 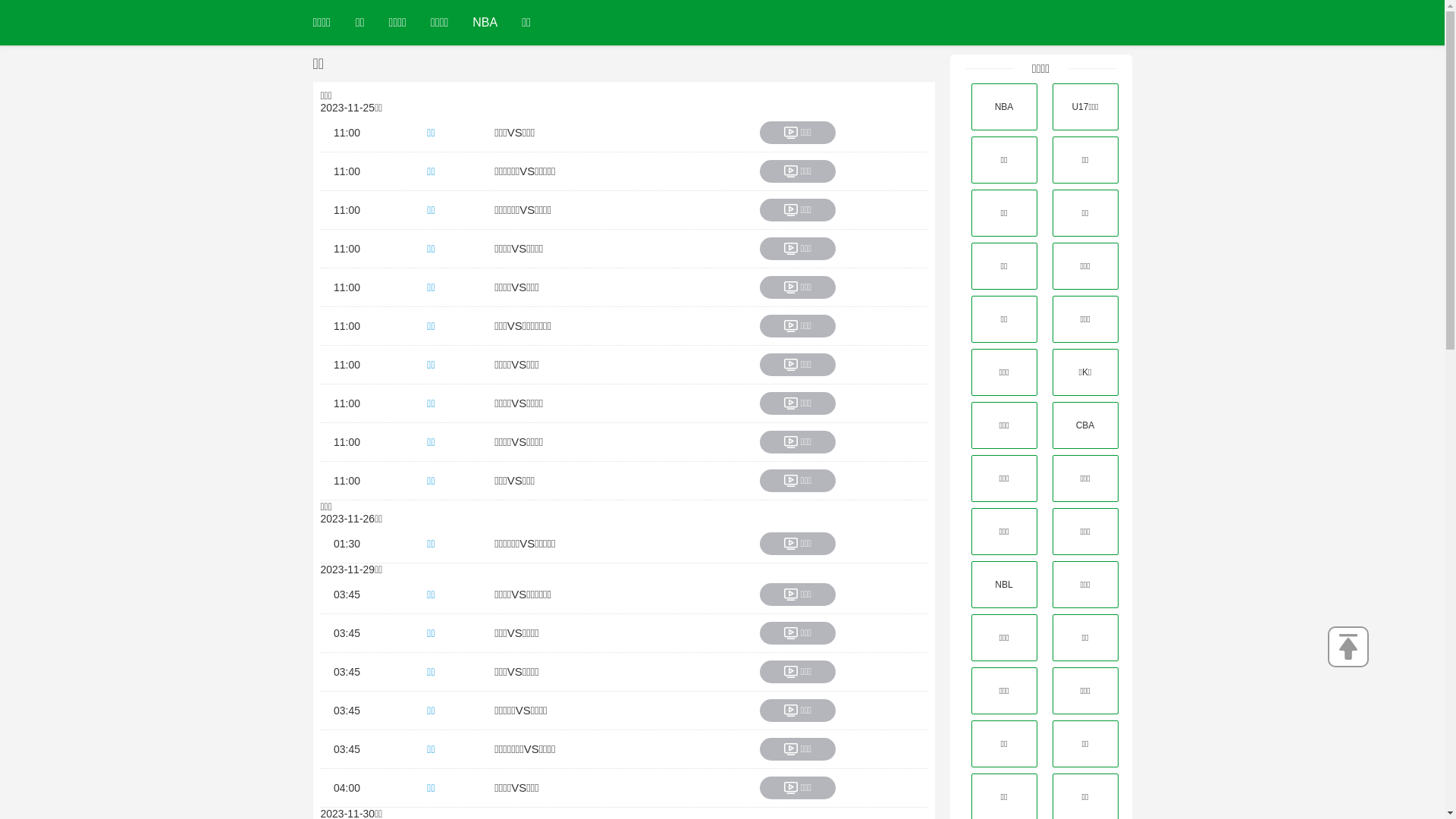 I want to click on 'NBL', so click(x=1003, y=584).